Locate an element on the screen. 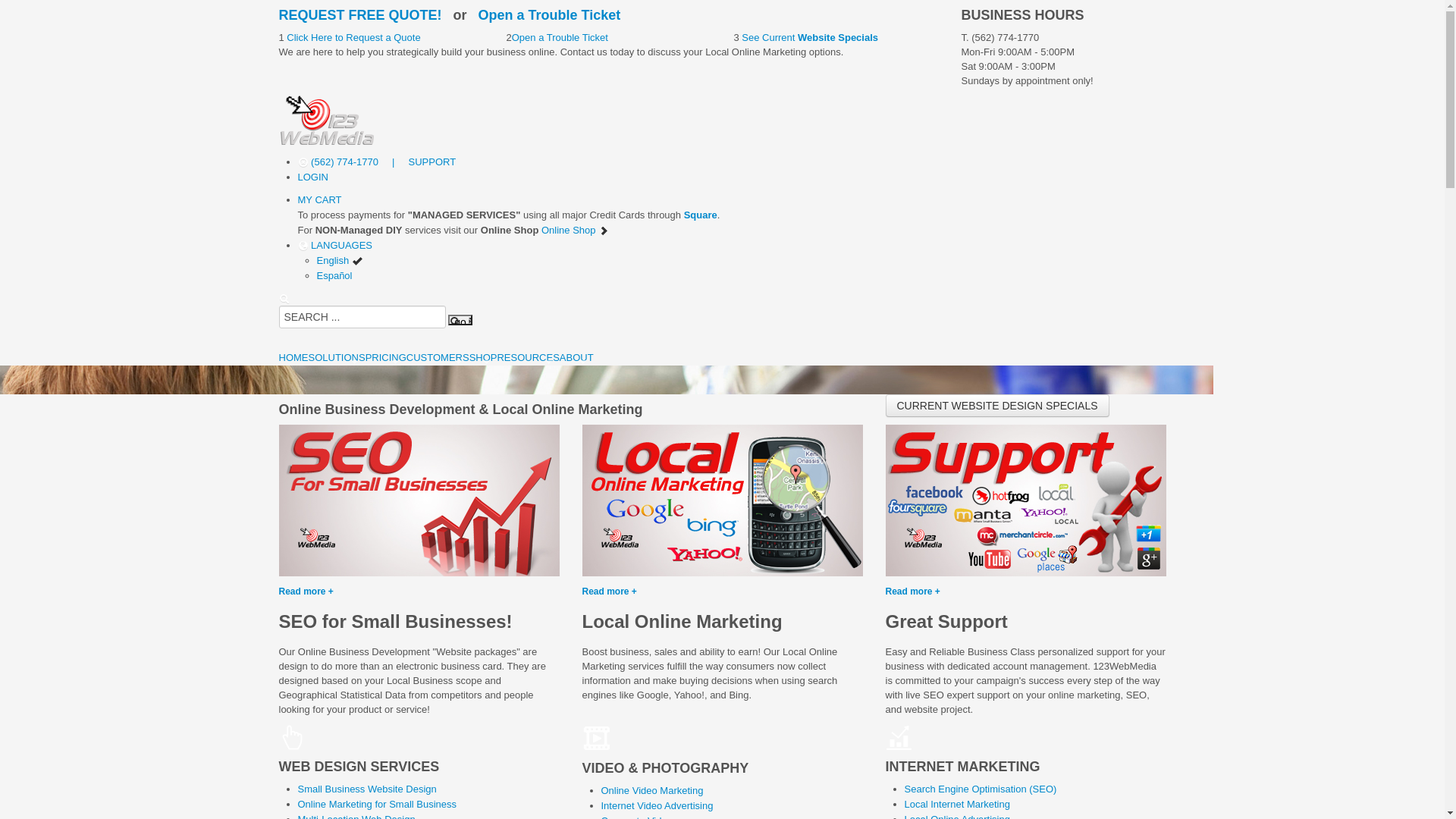  'Search Engine Optimisation (SEO)' is located at coordinates (903, 788).